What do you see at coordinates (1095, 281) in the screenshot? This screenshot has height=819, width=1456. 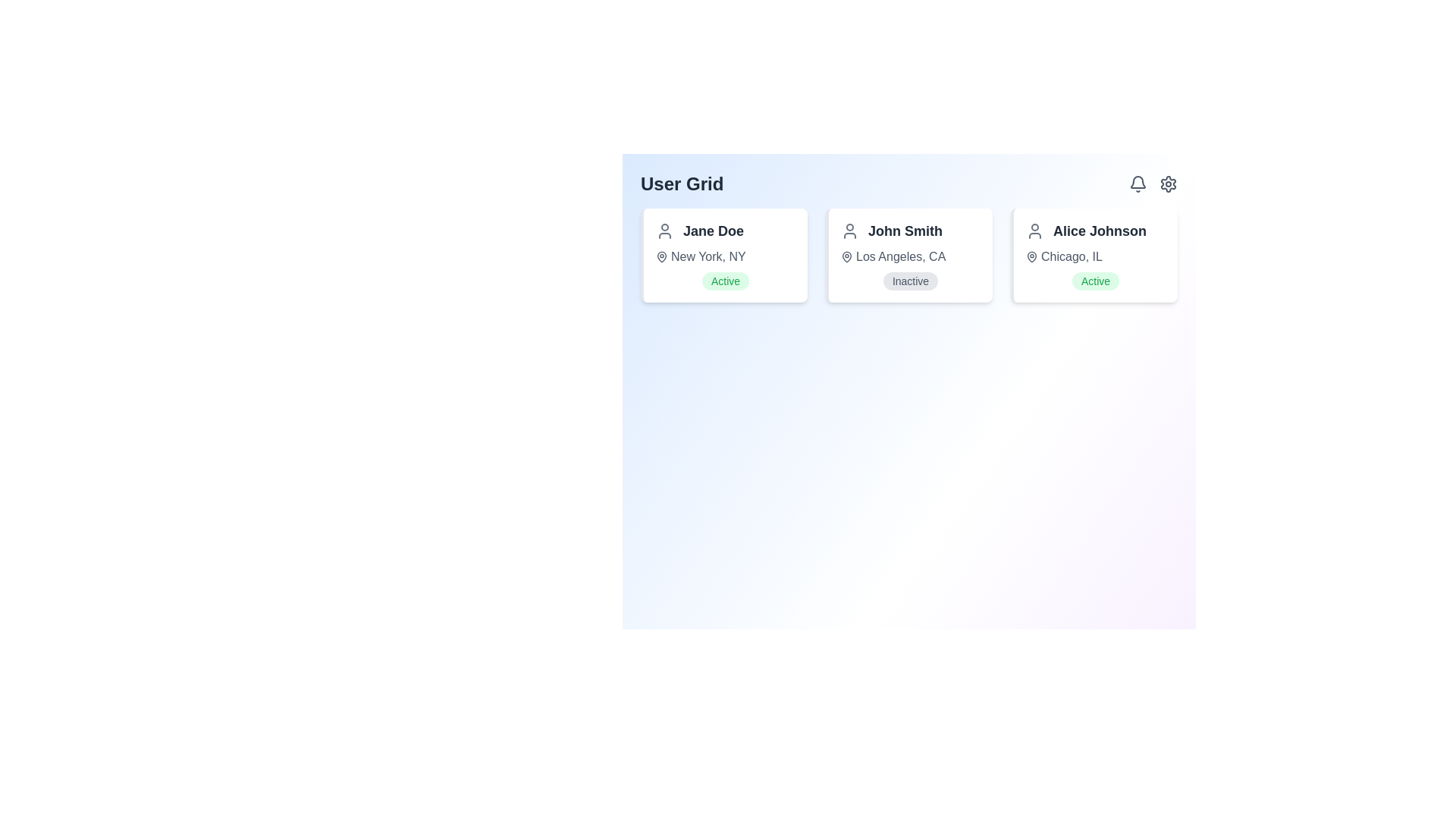 I see `the badge-like label displaying 'Active' with a green font on a light green rounded background, located at the bottom-center of the user information card for 'Alice Johnson'` at bounding box center [1095, 281].